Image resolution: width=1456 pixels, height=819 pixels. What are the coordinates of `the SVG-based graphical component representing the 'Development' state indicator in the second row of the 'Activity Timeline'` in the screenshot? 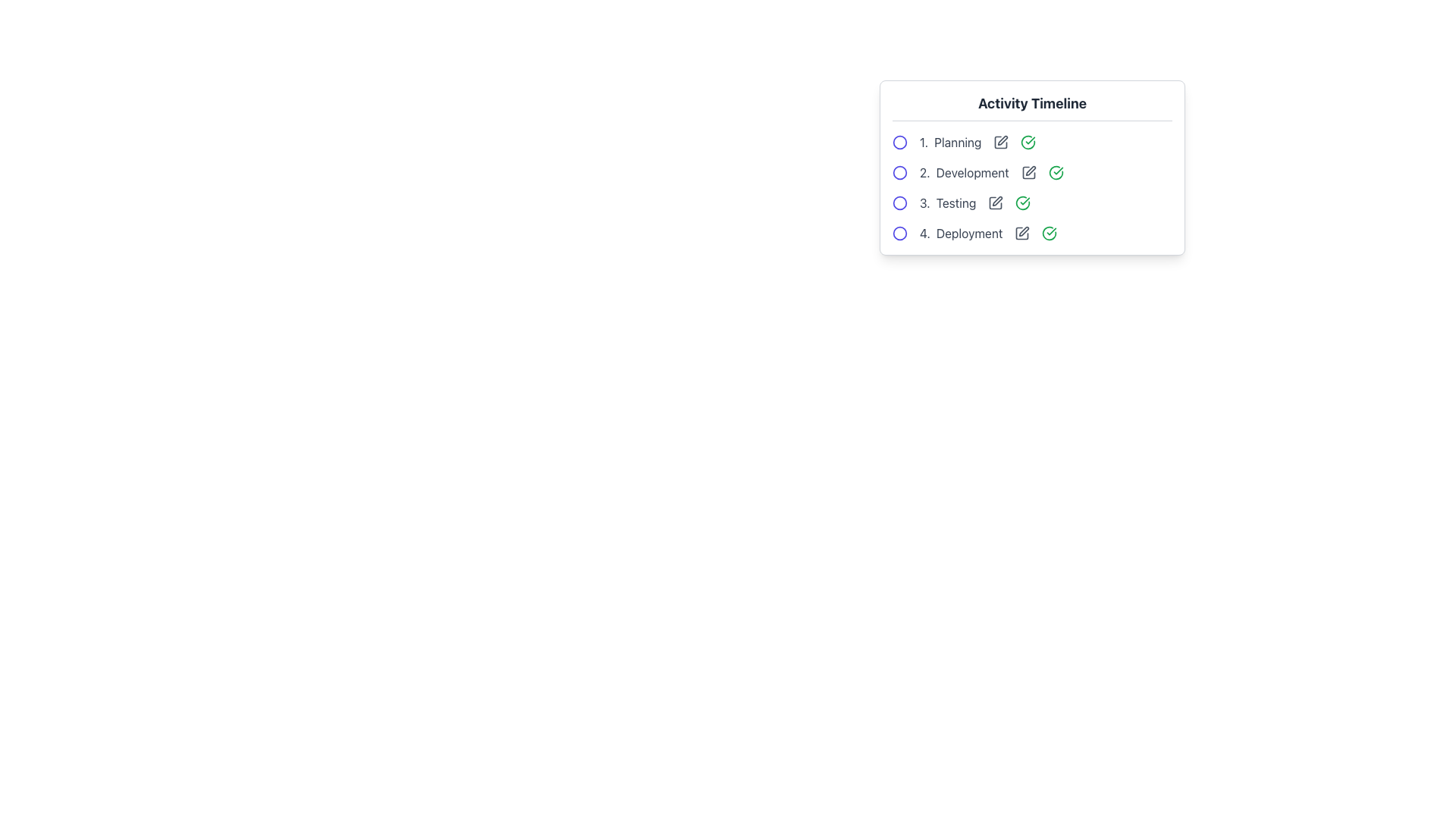 It's located at (899, 171).